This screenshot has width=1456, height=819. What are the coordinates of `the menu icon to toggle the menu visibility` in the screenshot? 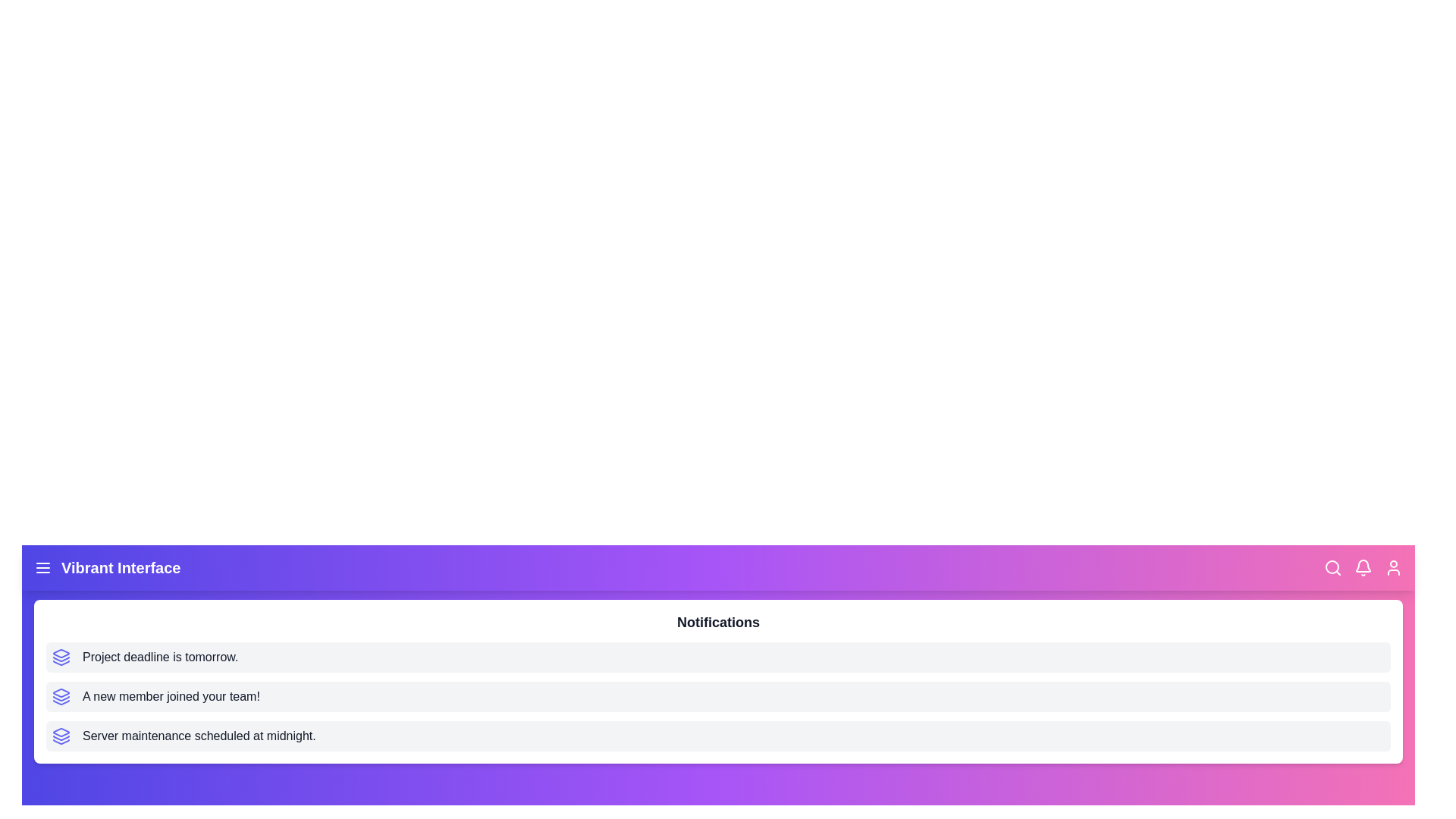 It's located at (43, 567).